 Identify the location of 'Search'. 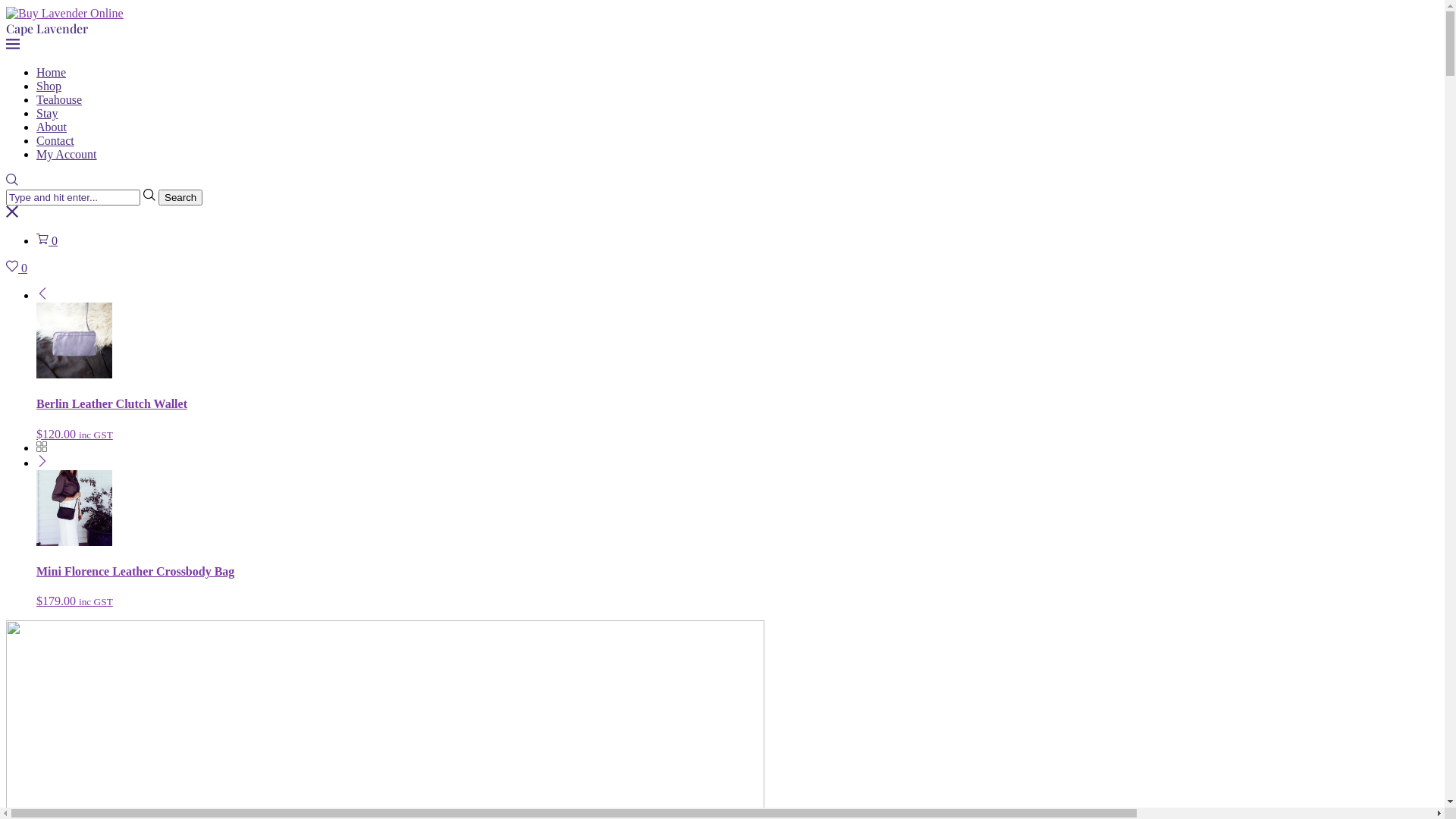
(180, 196).